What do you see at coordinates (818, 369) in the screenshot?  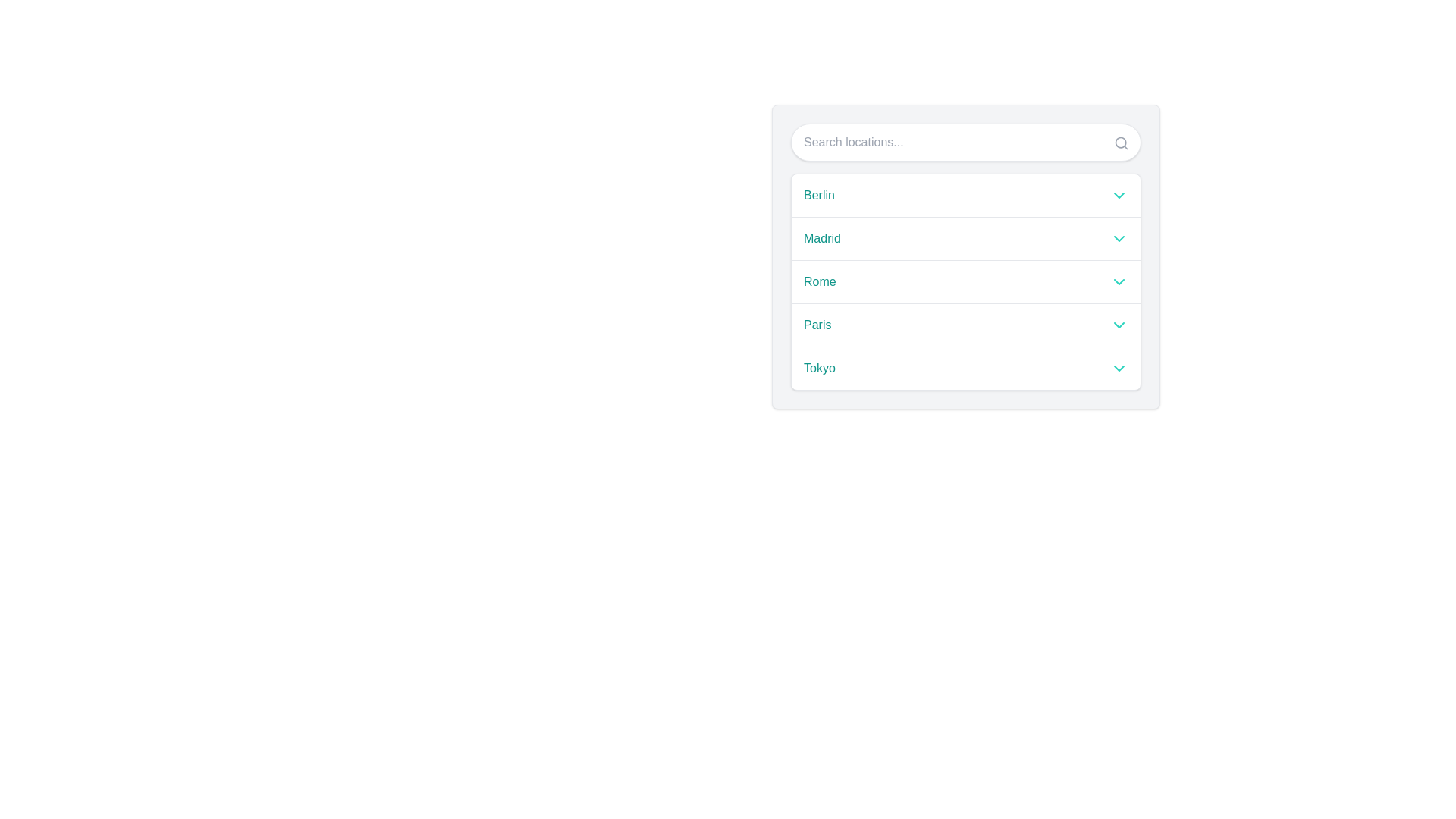 I see `the 'Tokyo' text label which is part of a vertical list and serves as an identifier for selection` at bounding box center [818, 369].